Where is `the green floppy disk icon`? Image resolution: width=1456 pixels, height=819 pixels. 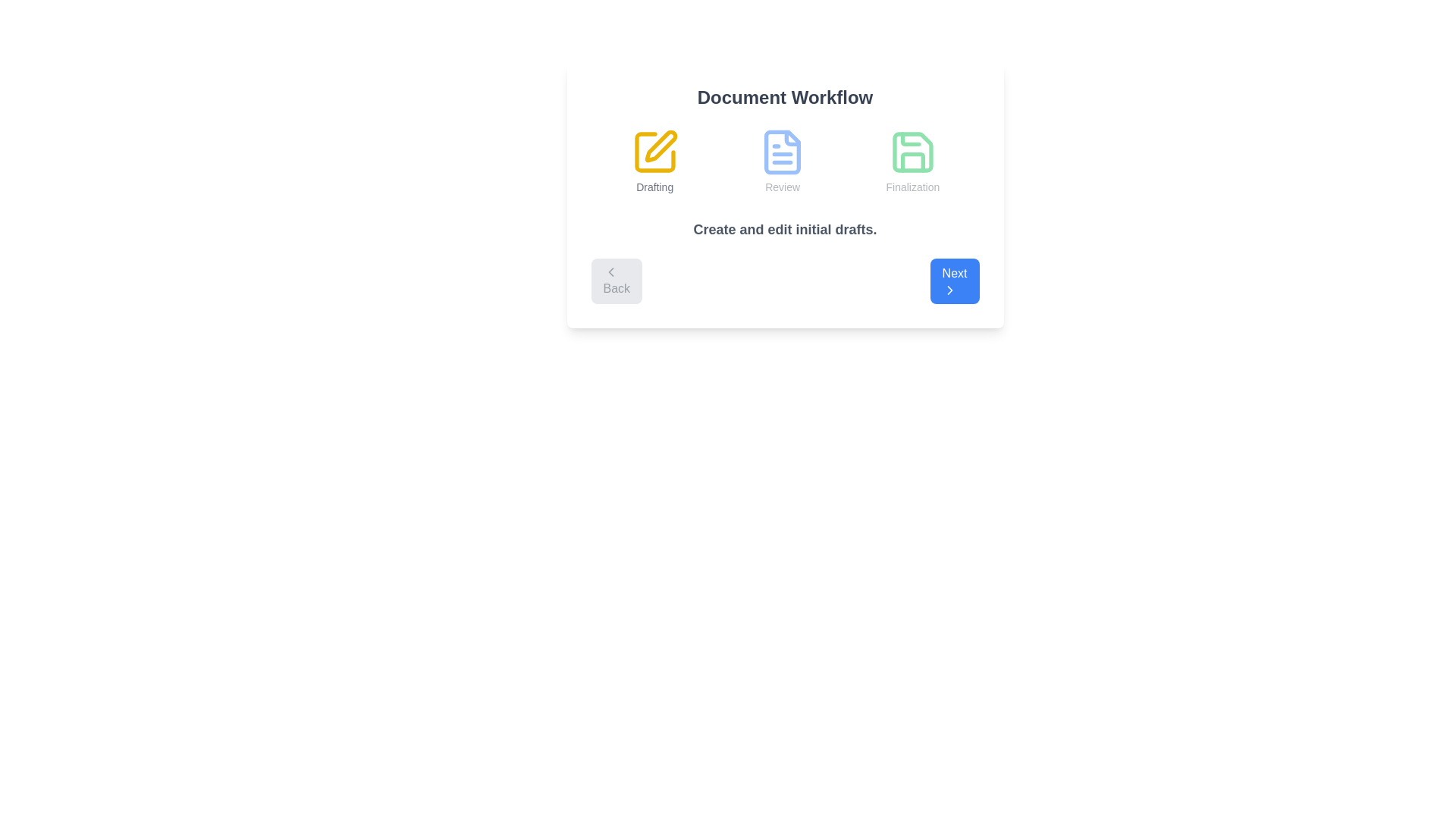
the green floppy disk icon is located at coordinates (912, 152).